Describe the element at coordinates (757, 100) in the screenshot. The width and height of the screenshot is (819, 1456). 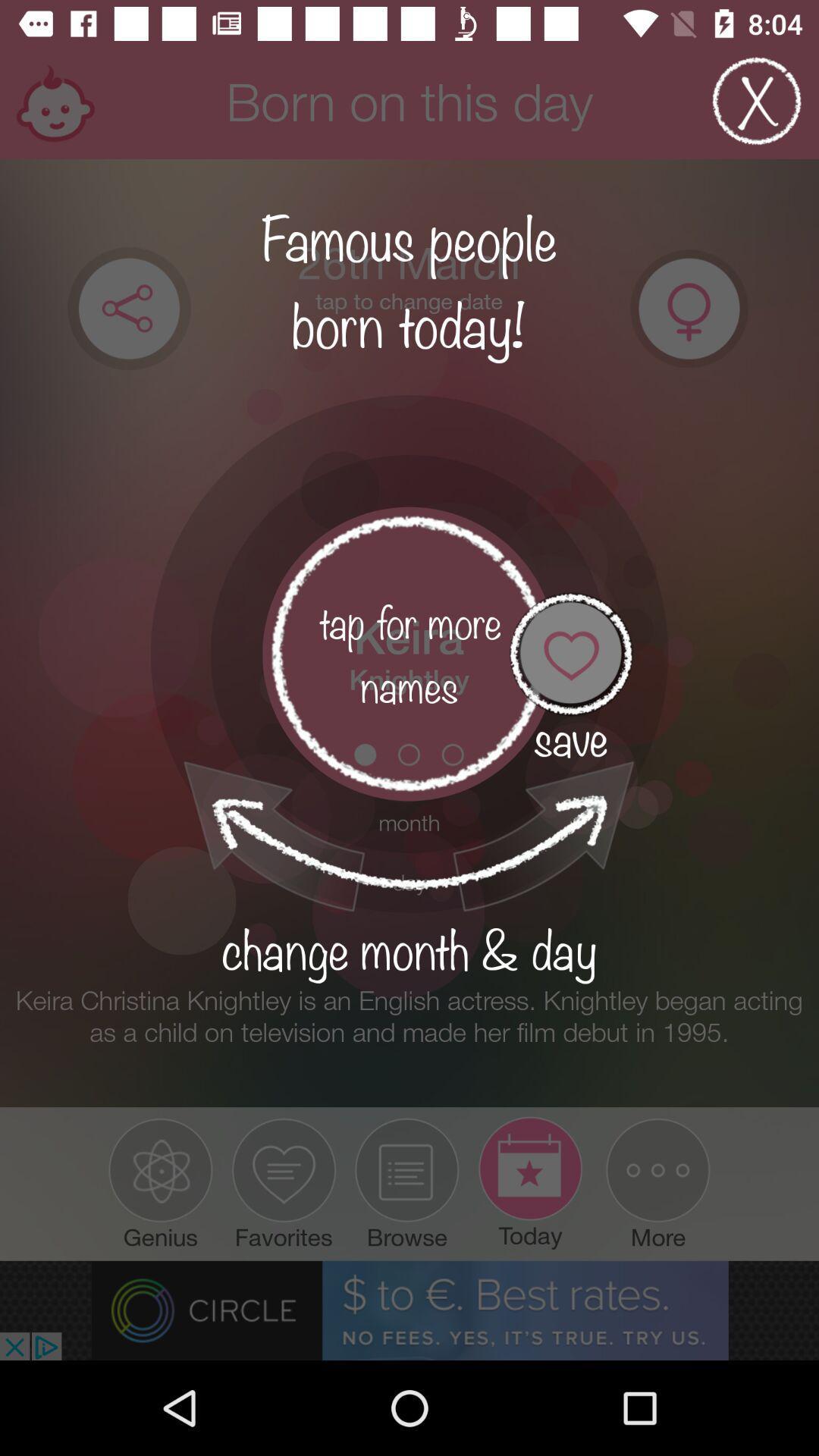
I see `the page` at that location.